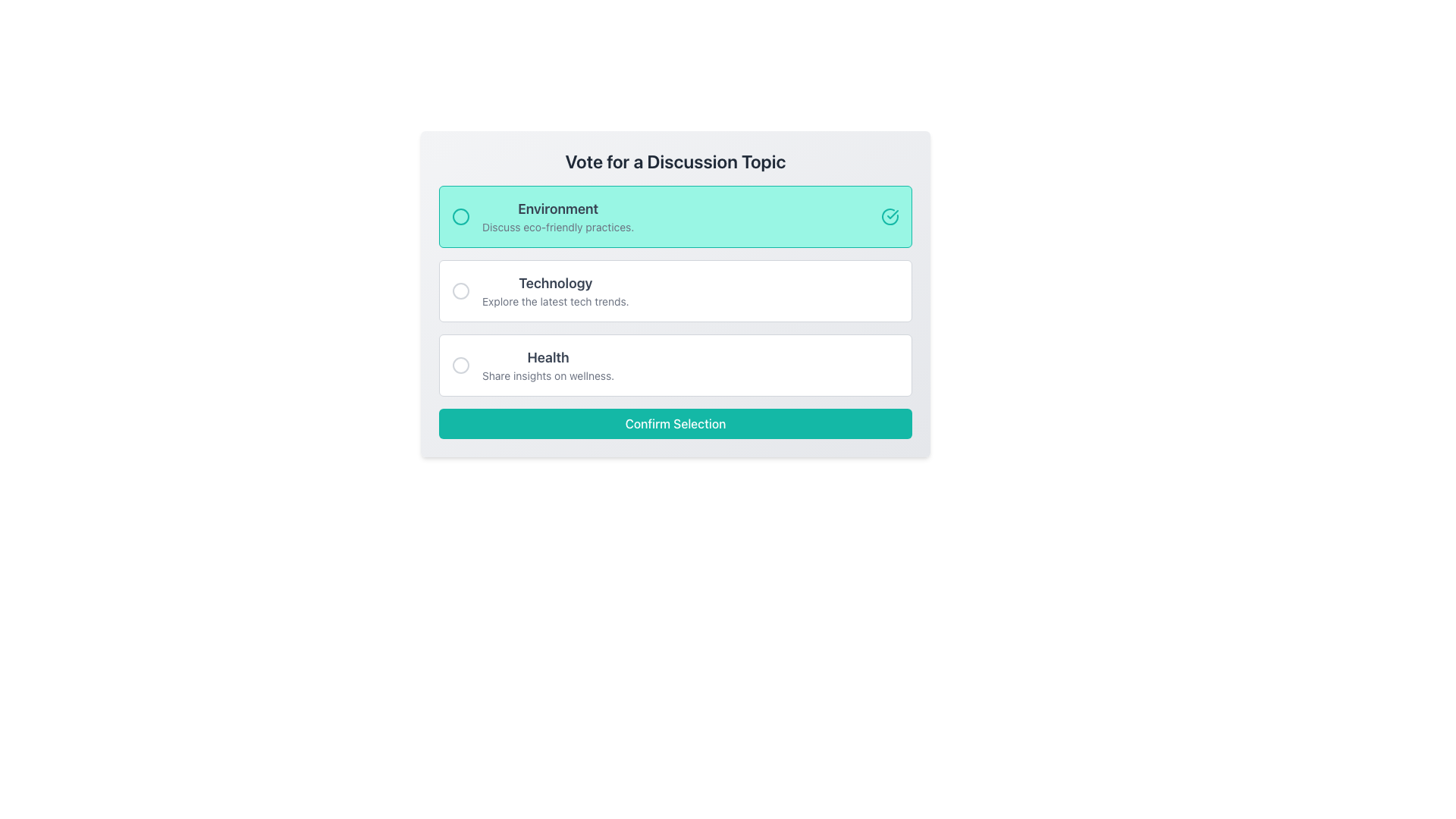 The width and height of the screenshot is (1456, 819). Describe the element at coordinates (554, 301) in the screenshot. I see `the text label that provides descriptive information related to the 'Technology' option, positioned below the 'Technology' header and above the 'Health' section` at that location.